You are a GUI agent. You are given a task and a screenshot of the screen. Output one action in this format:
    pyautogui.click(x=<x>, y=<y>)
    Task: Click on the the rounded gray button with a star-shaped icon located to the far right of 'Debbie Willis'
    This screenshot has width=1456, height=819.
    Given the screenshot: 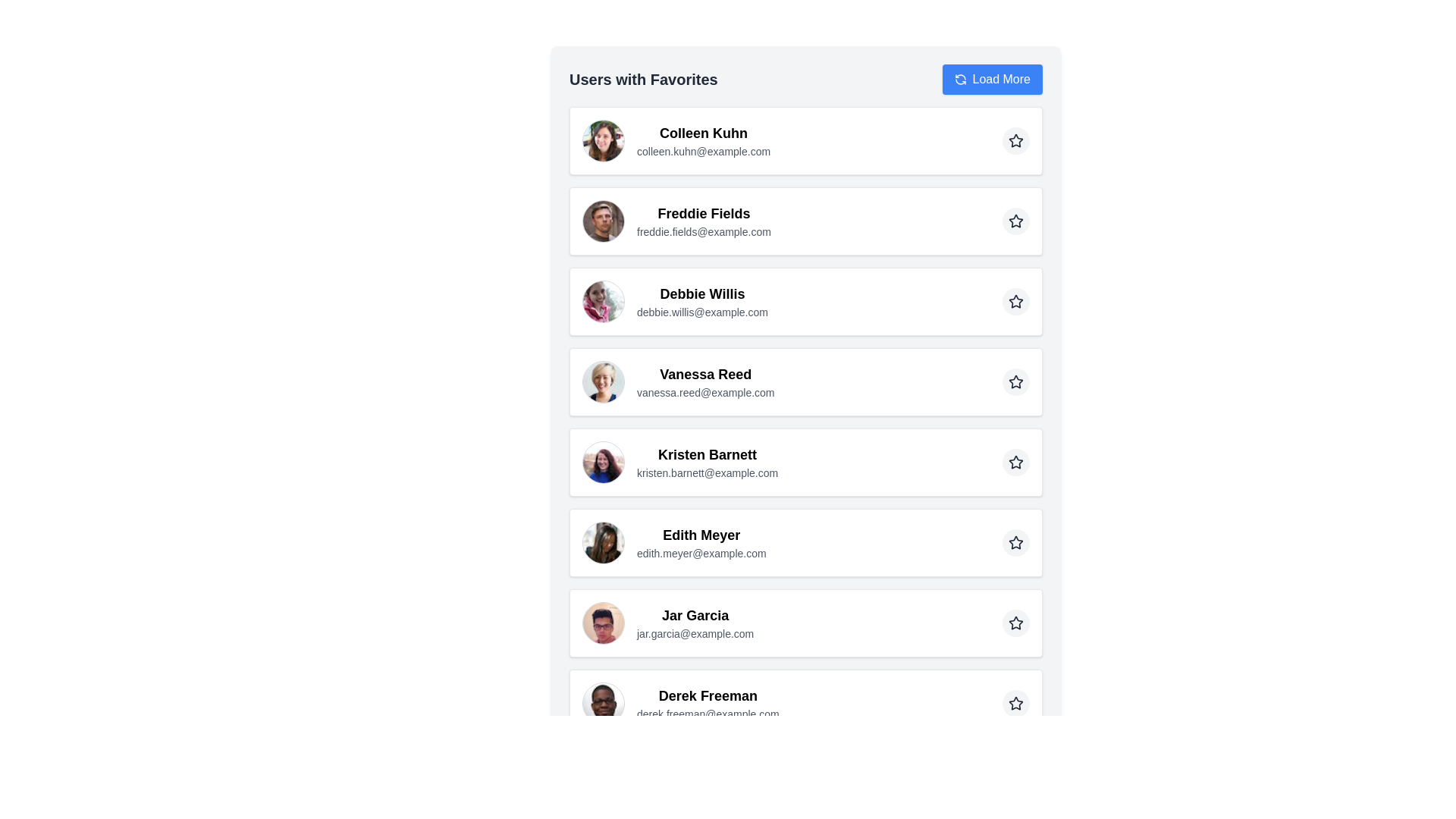 What is the action you would take?
    pyautogui.click(x=1015, y=301)
    